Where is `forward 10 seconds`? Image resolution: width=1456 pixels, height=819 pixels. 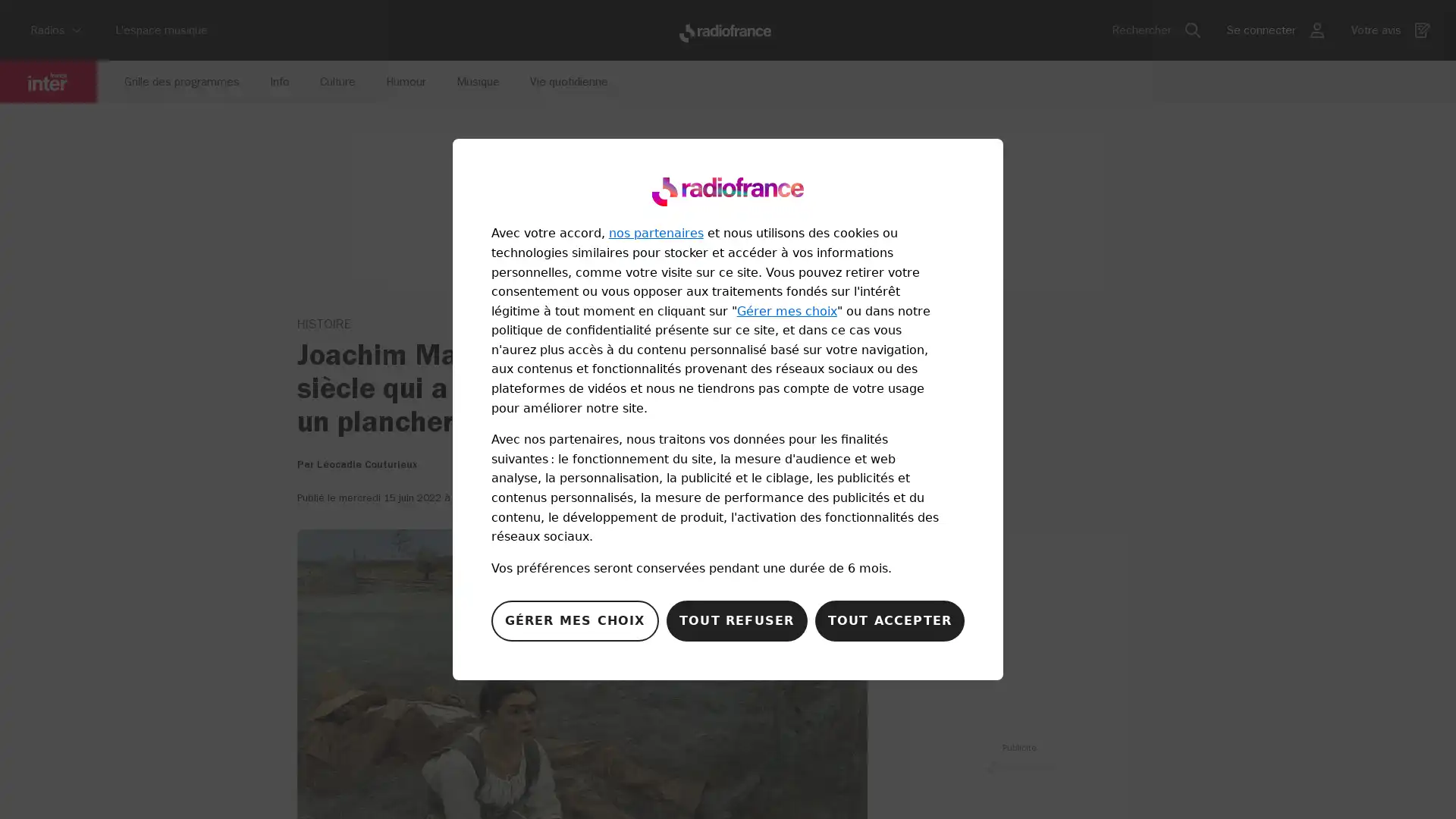
forward 10 seconds is located at coordinates (789, 780).